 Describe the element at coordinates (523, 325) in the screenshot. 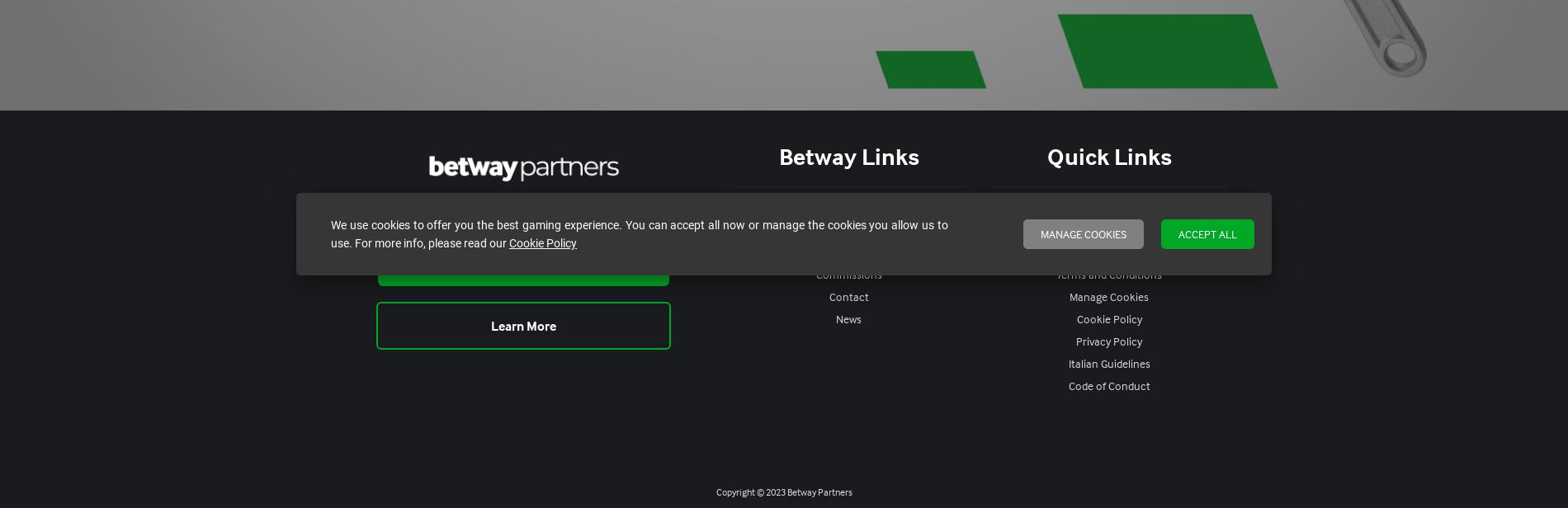

I see `'Learn More'` at that location.